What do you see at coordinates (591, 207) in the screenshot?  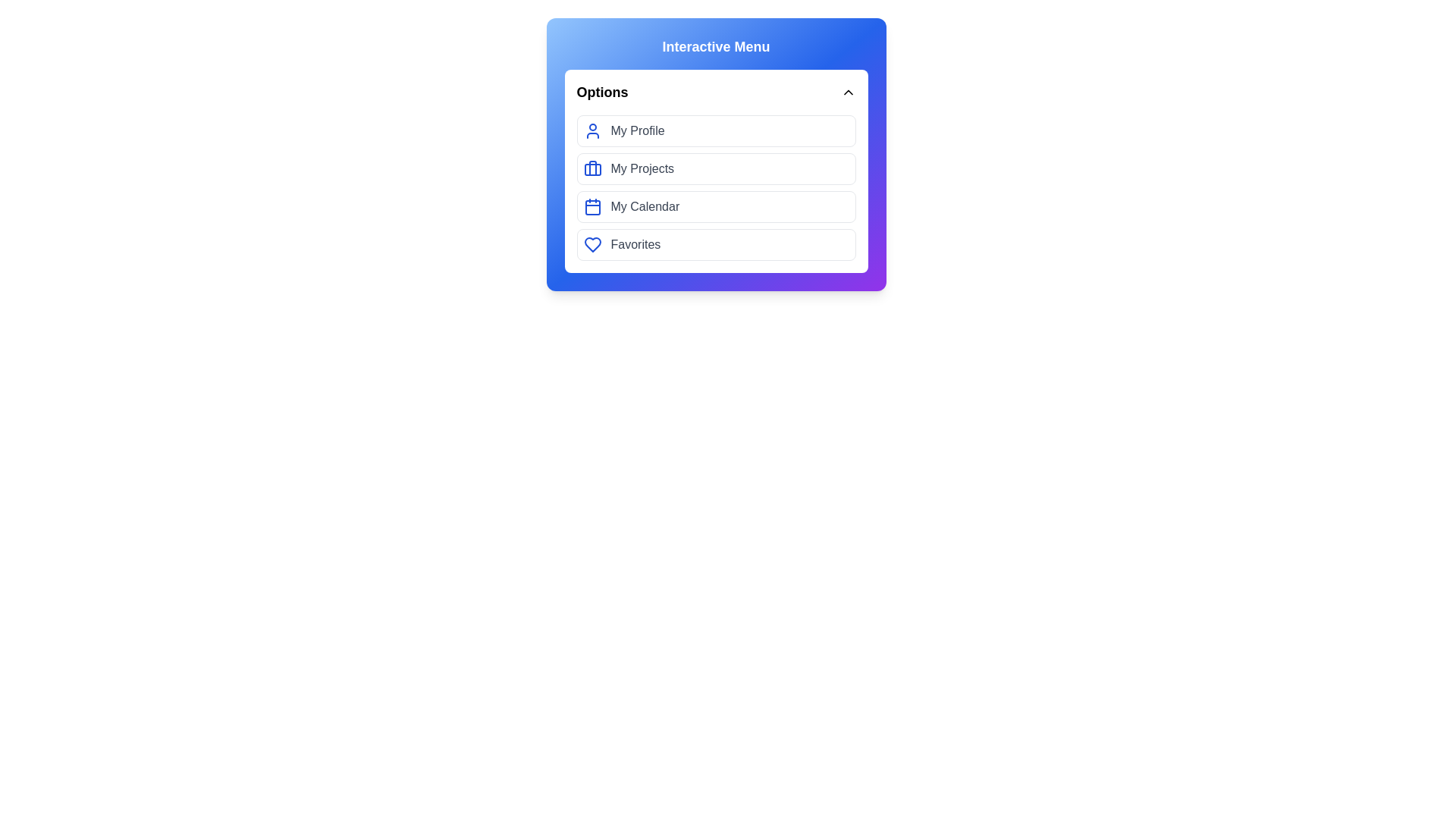 I see `the calendar icon with a blue stroke located in the menu under 'My Calendar', which is the third icon in a vertical list of icons` at bounding box center [591, 207].